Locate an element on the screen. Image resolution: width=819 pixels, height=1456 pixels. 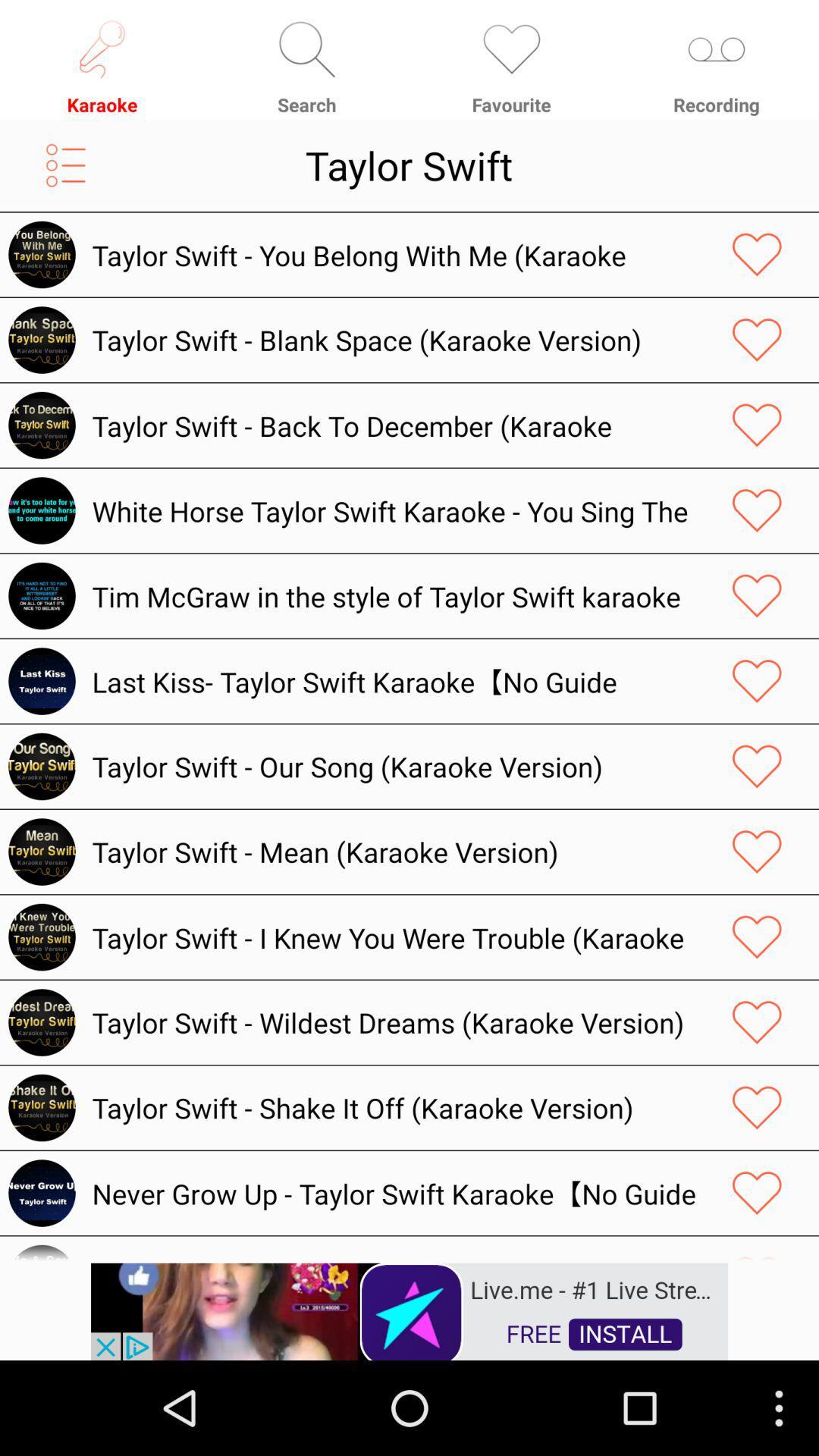
try this app is located at coordinates (409, 1310).